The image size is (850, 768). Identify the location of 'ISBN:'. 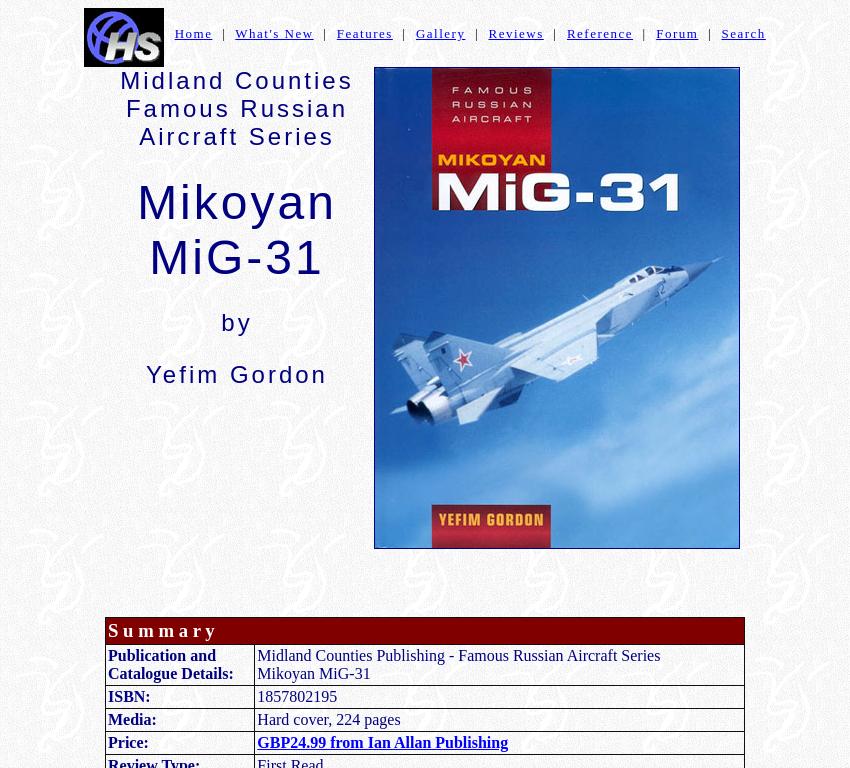
(129, 696).